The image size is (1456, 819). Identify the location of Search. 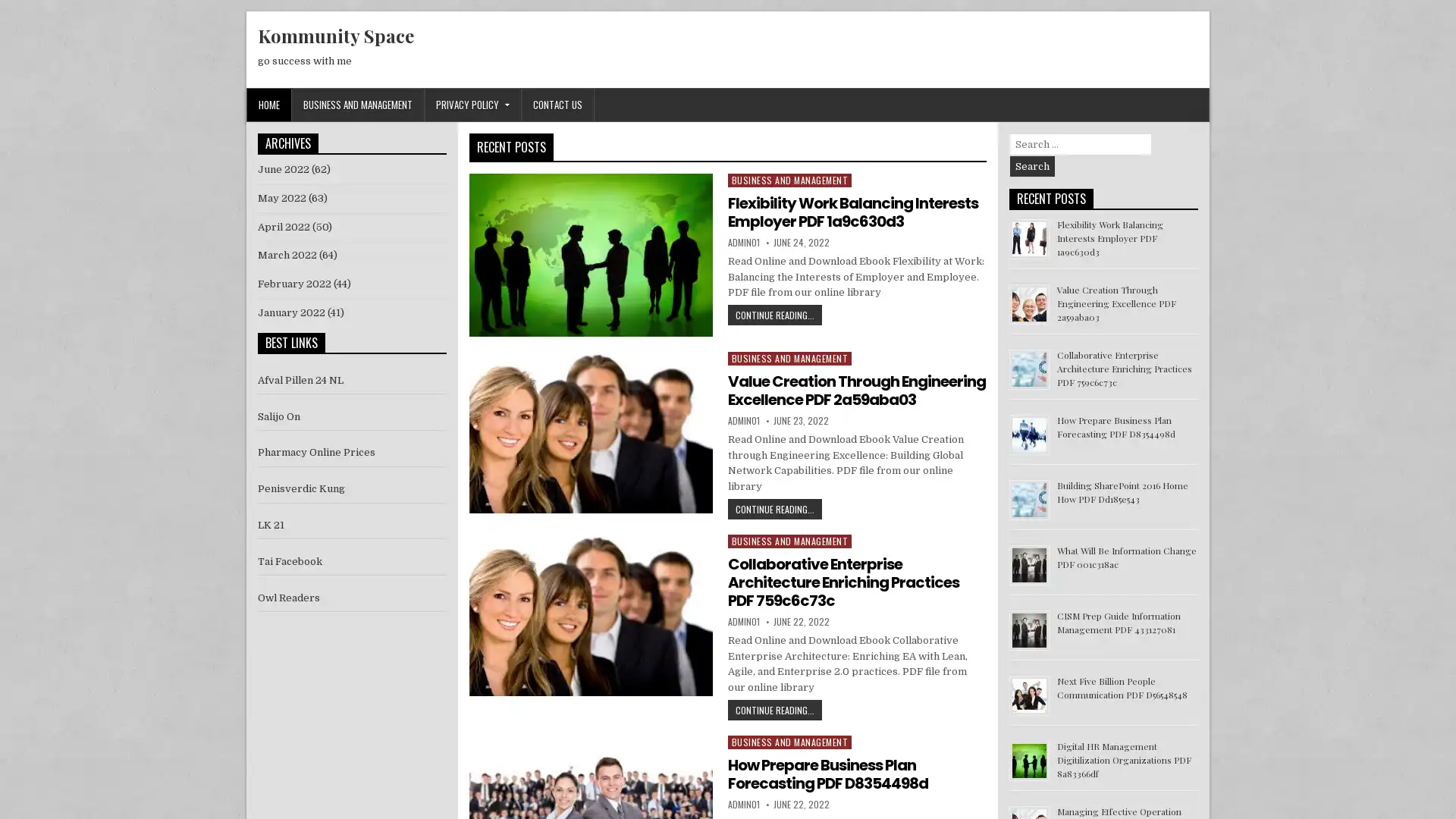
(1031, 166).